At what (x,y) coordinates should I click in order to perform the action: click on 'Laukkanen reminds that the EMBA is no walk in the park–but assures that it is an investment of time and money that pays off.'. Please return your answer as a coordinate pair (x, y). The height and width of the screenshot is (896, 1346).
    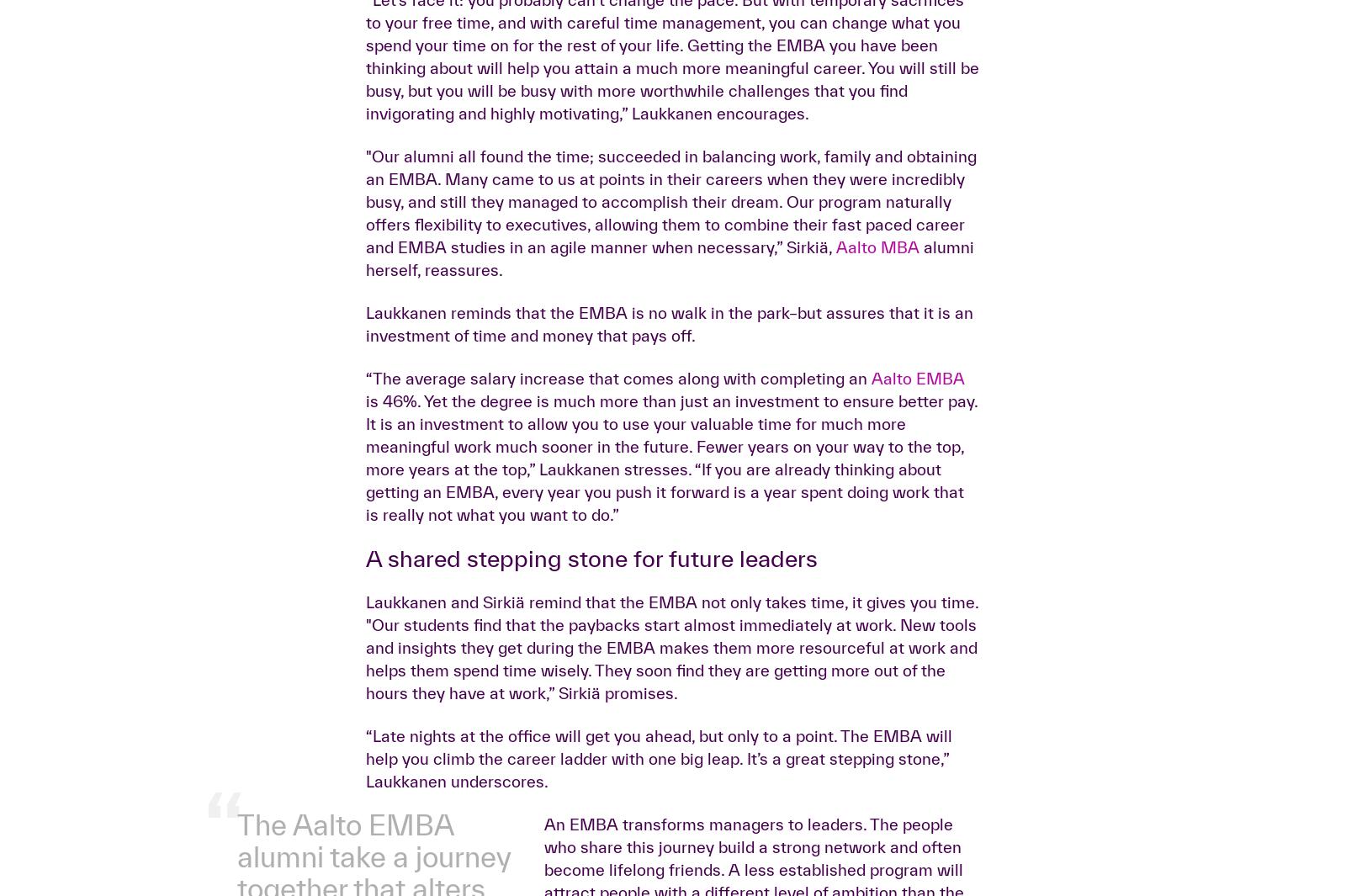
    Looking at the image, I should click on (670, 589).